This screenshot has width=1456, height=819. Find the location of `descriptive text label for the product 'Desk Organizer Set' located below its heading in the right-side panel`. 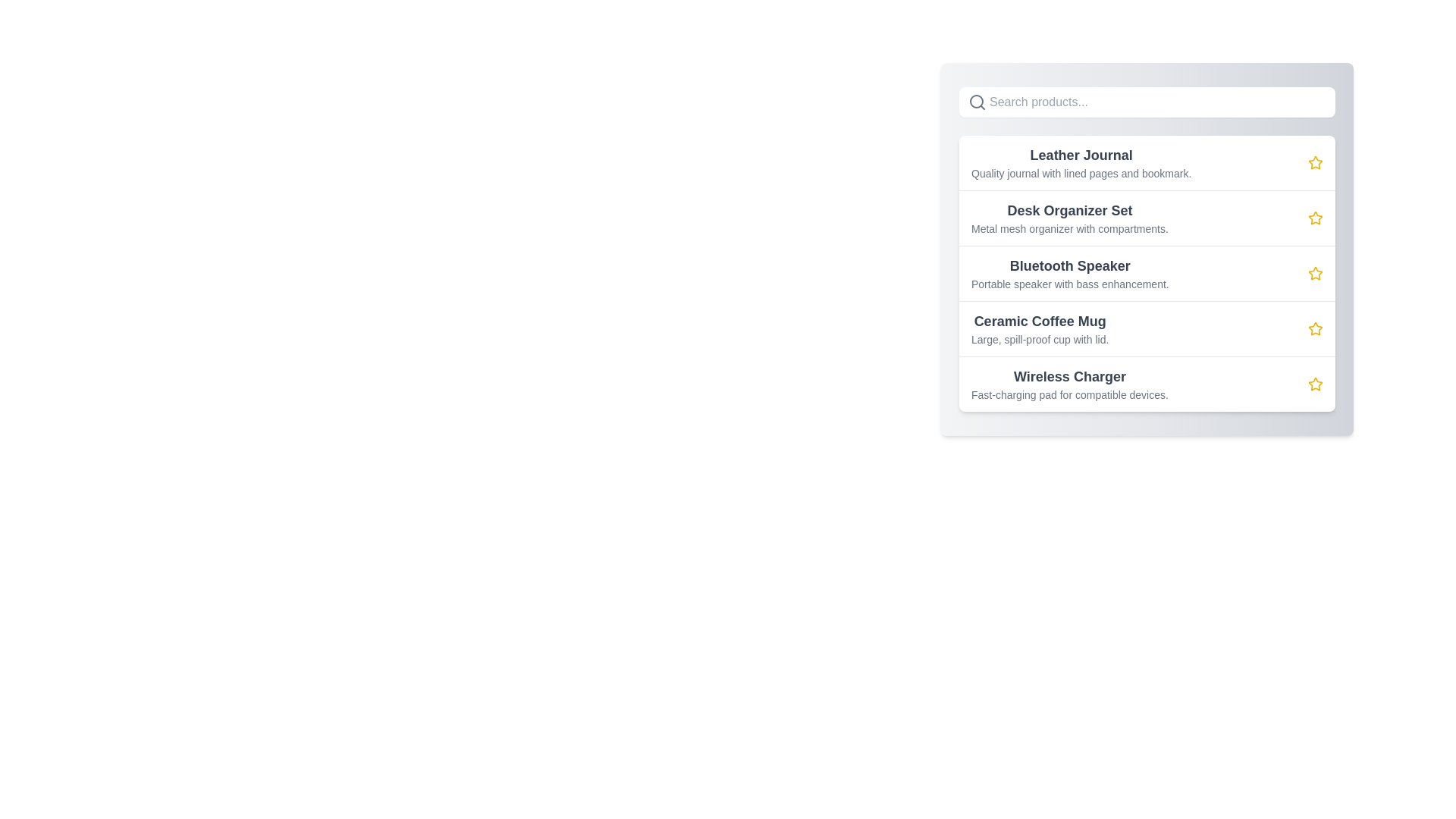

descriptive text label for the product 'Desk Organizer Set' located below its heading in the right-side panel is located at coordinates (1069, 228).